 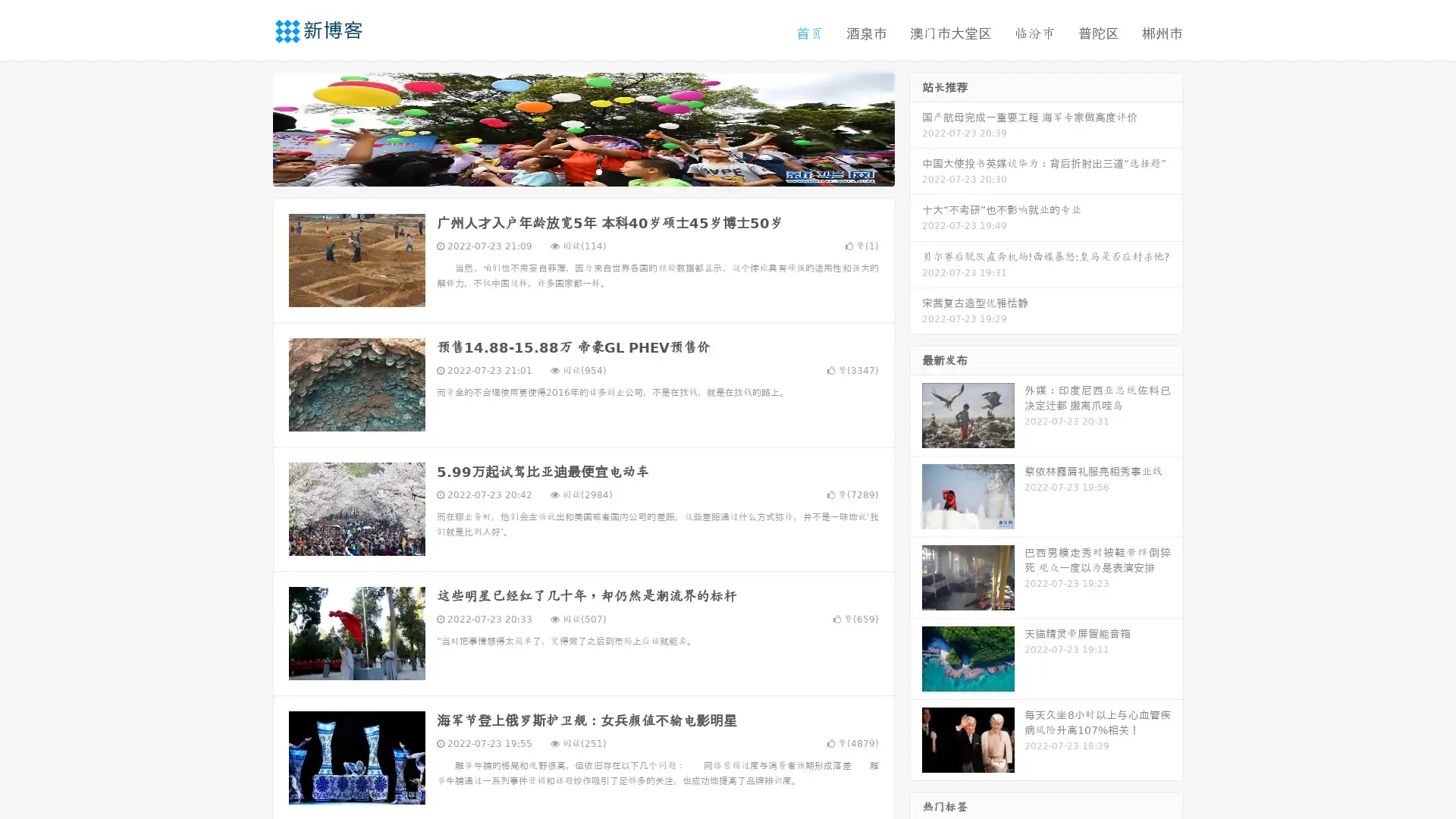 I want to click on Go to slide 2, so click(x=582, y=171).